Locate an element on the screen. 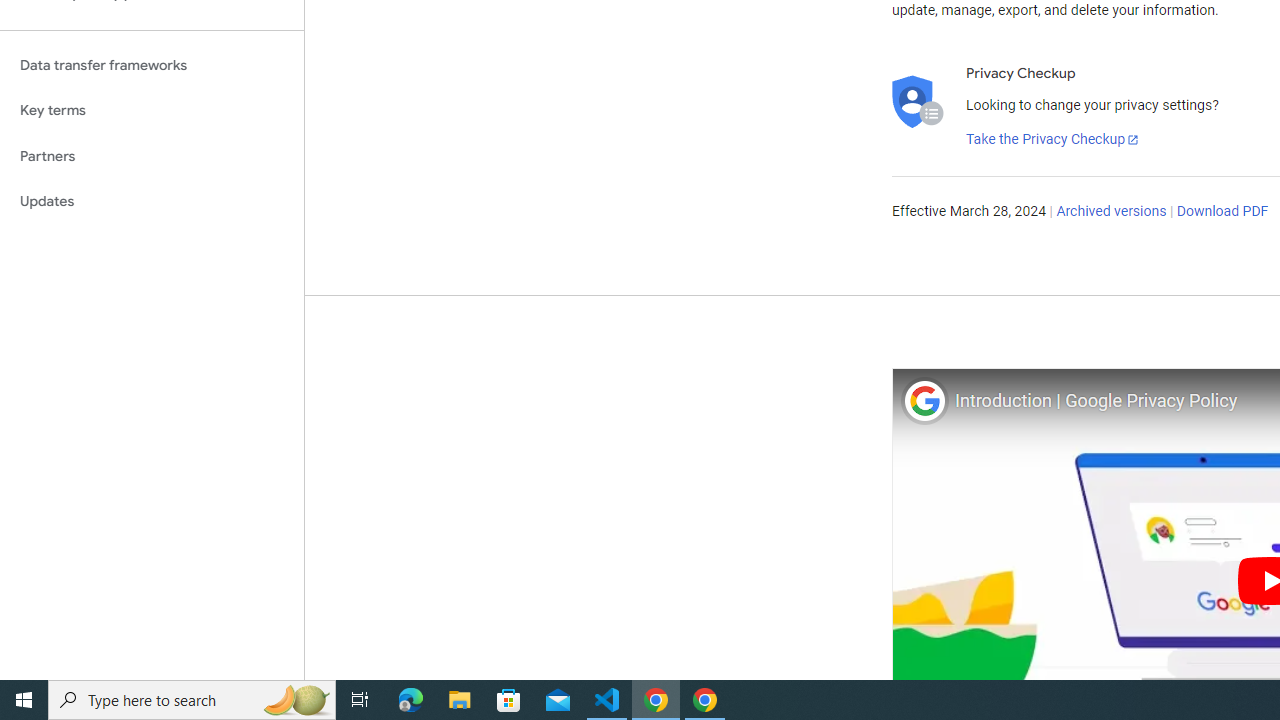 The image size is (1280, 720). 'Key terms' is located at coordinates (151, 110).